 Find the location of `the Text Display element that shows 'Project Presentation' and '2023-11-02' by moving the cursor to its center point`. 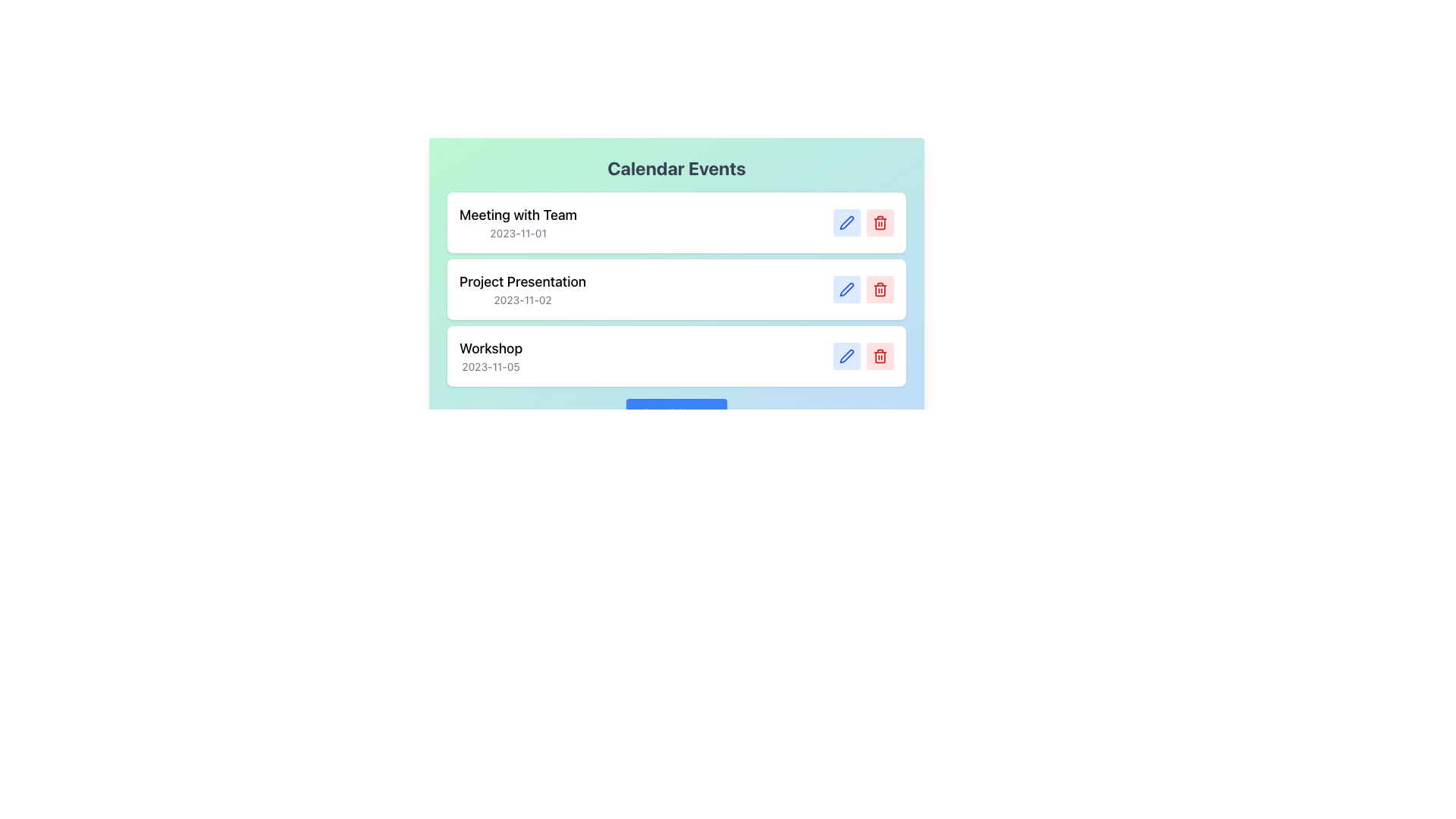

the Text Display element that shows 'Project Presentation' and '2023-11-02' by moving the cursor to its center point is located at coordinates (522, 289).